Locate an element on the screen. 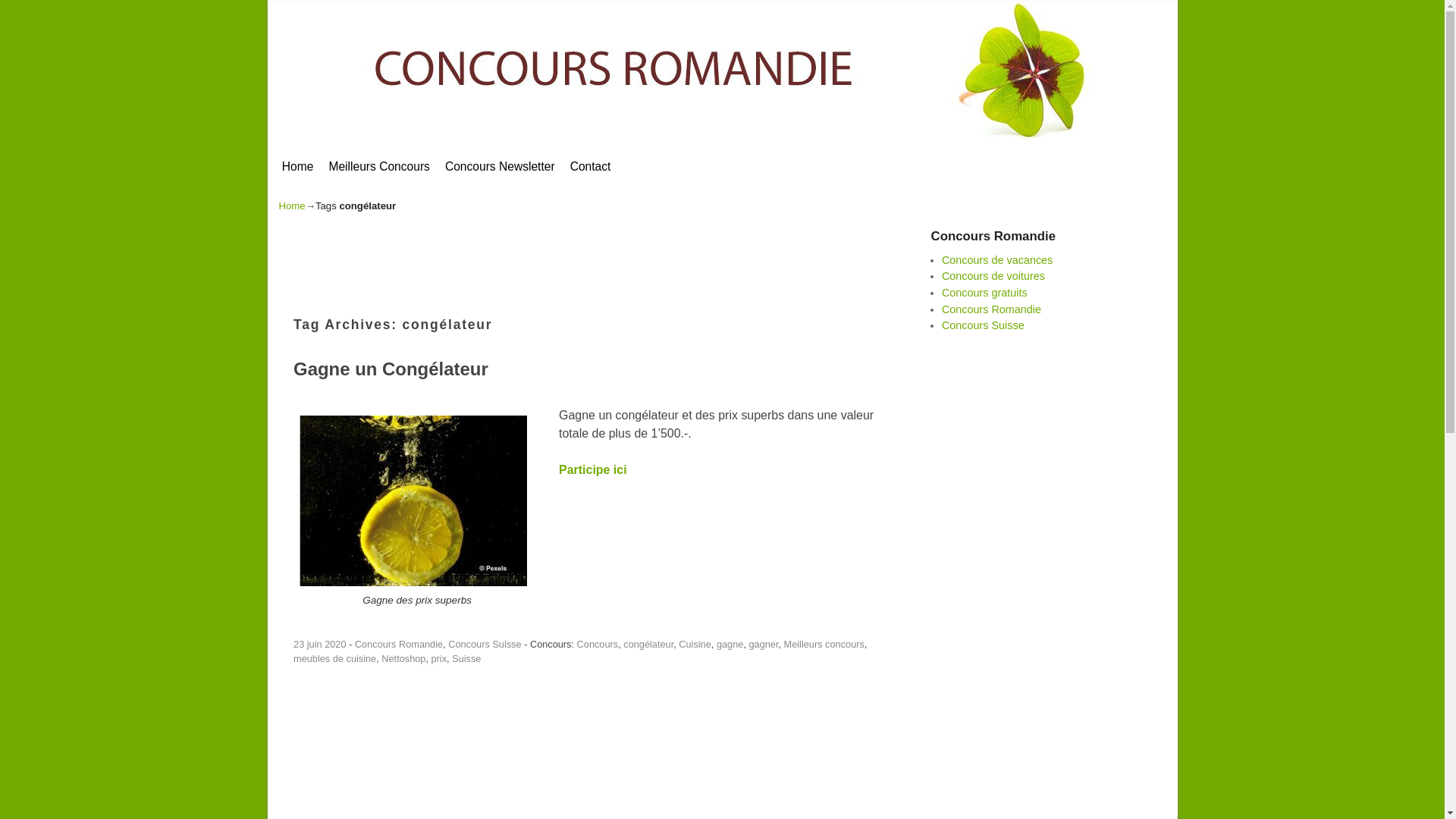 The width and height of the screenshot is (1456, 819). 'Meilleurs concours' is located at coordinates (823, 644).